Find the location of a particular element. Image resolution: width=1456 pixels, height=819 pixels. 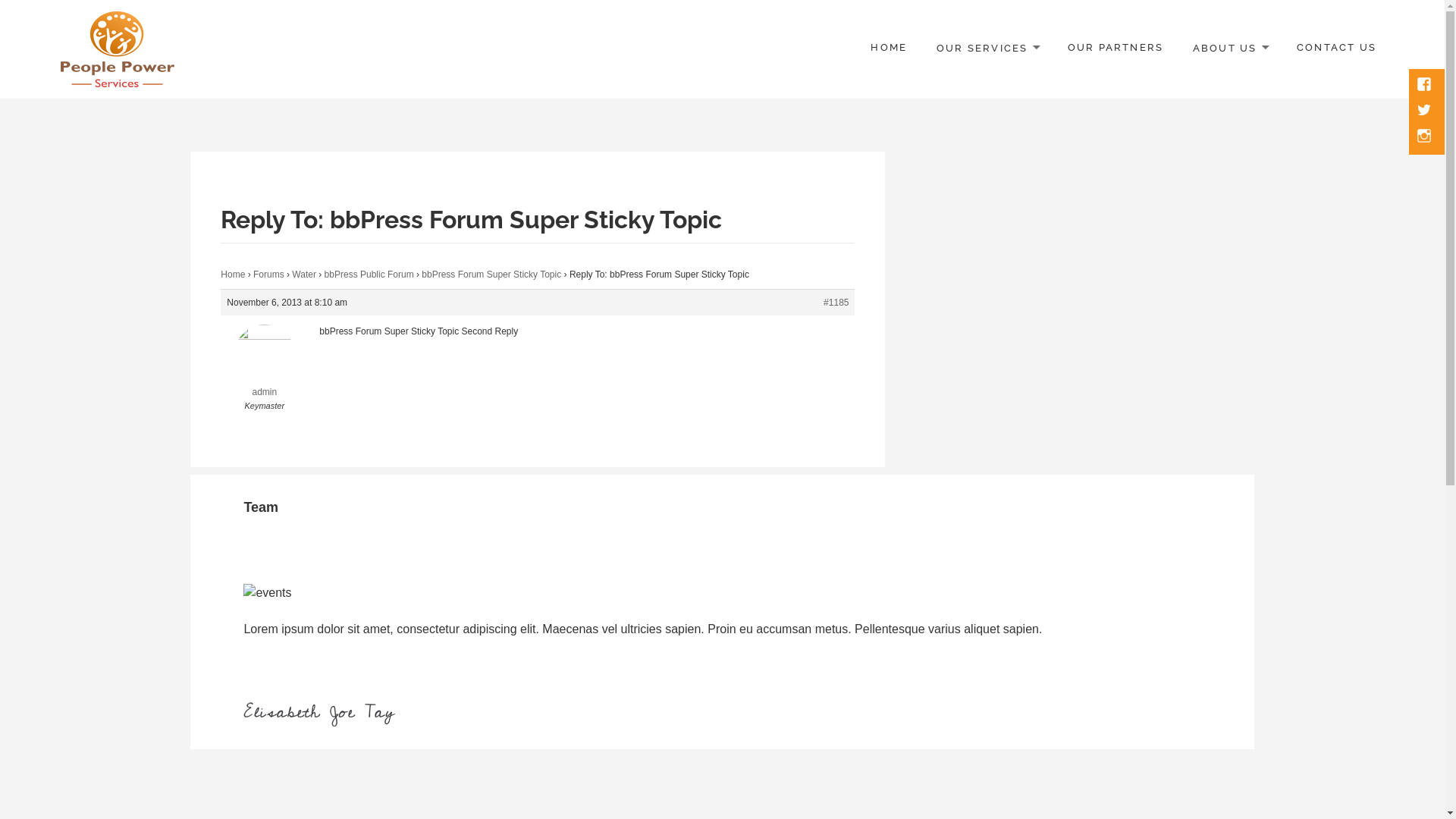

'admin' is located at coordinates (220, 371).